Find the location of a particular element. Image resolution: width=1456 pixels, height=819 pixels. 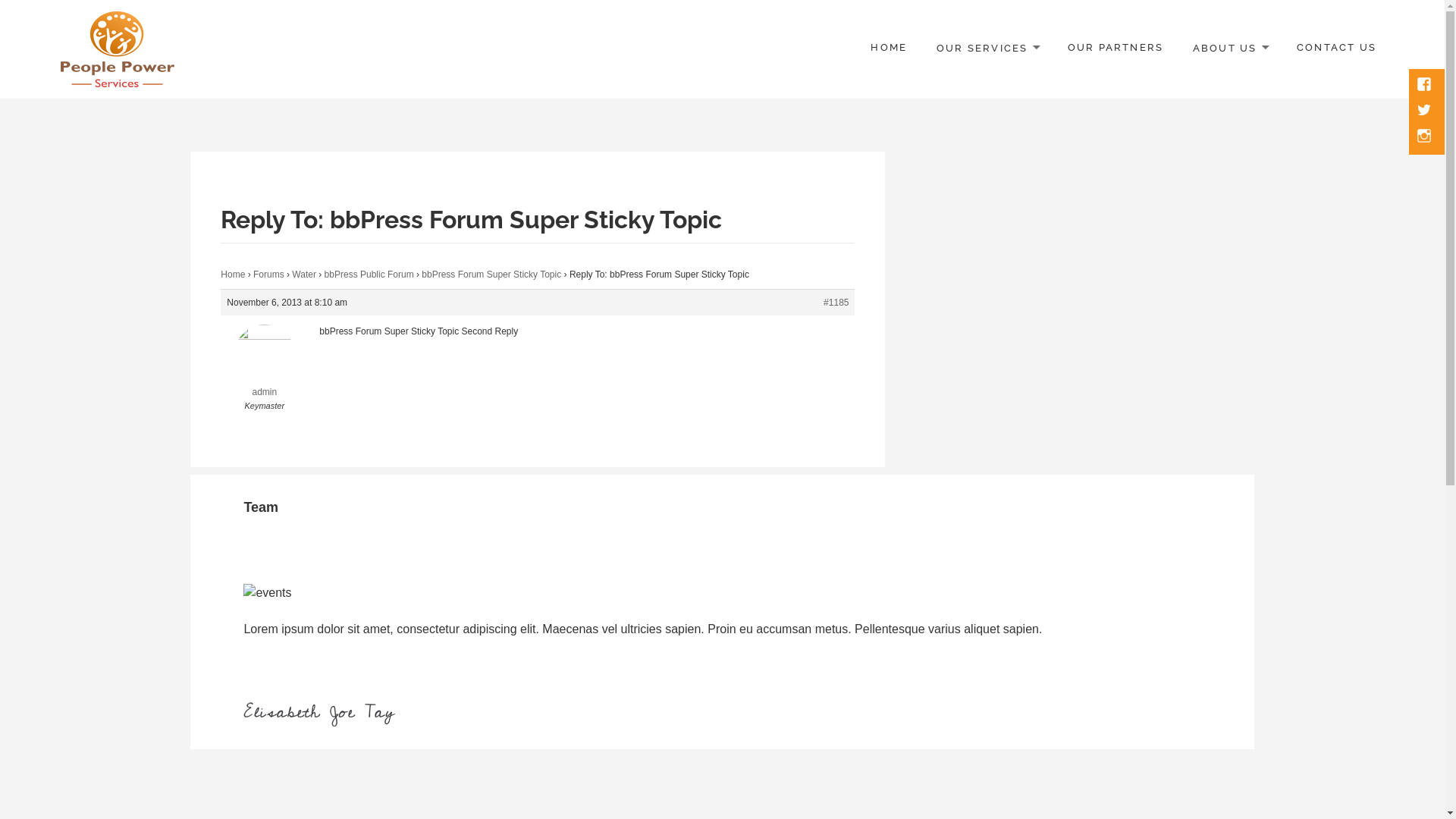

'admin' is located at coordinates (220, 371).